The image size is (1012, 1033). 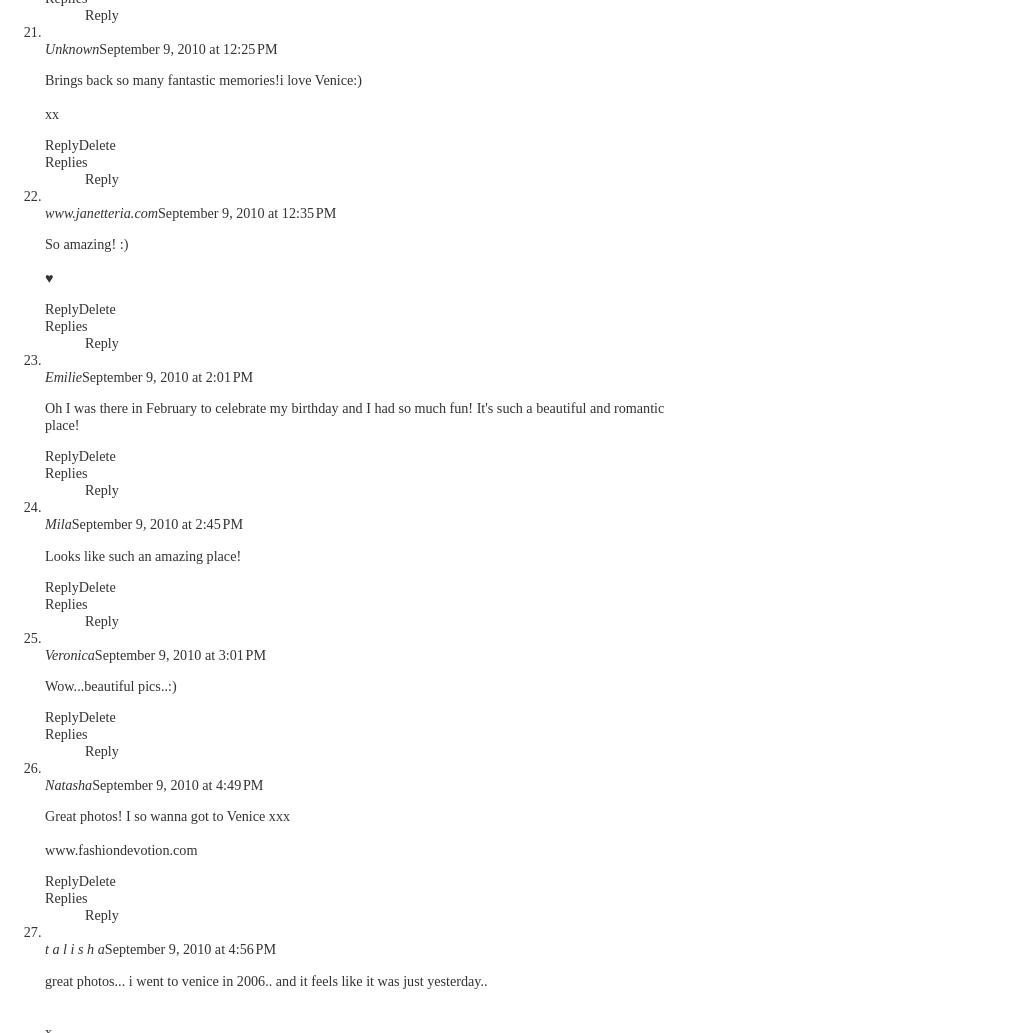 What do you see at coordinates (167, 815) in the screenshot?
I see `'Great photos! I so wanna got to Venice xxx'` at bounding box center [167, 815].